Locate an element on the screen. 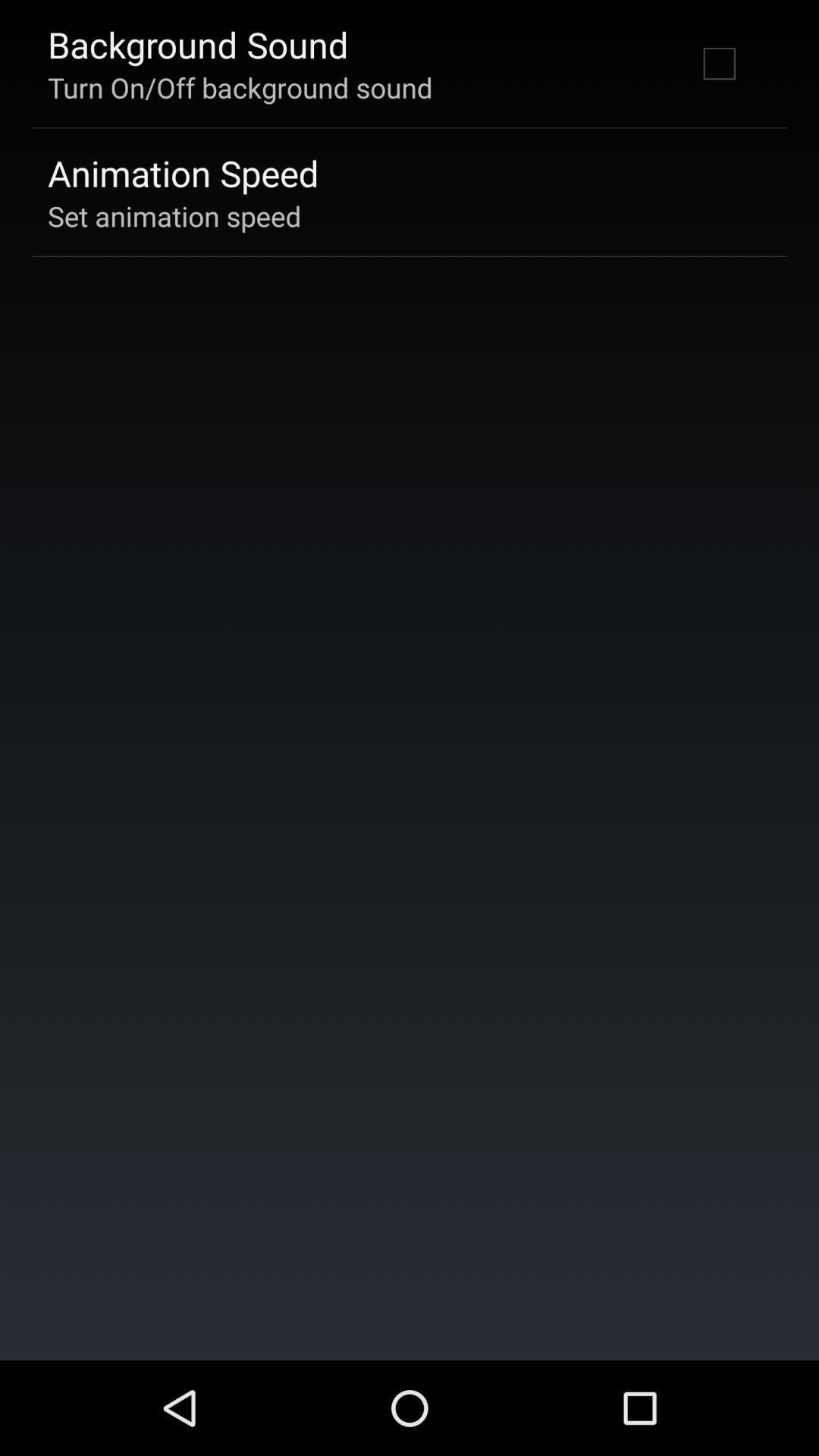  icon next to turn on off is located at coordinates (718, 62).